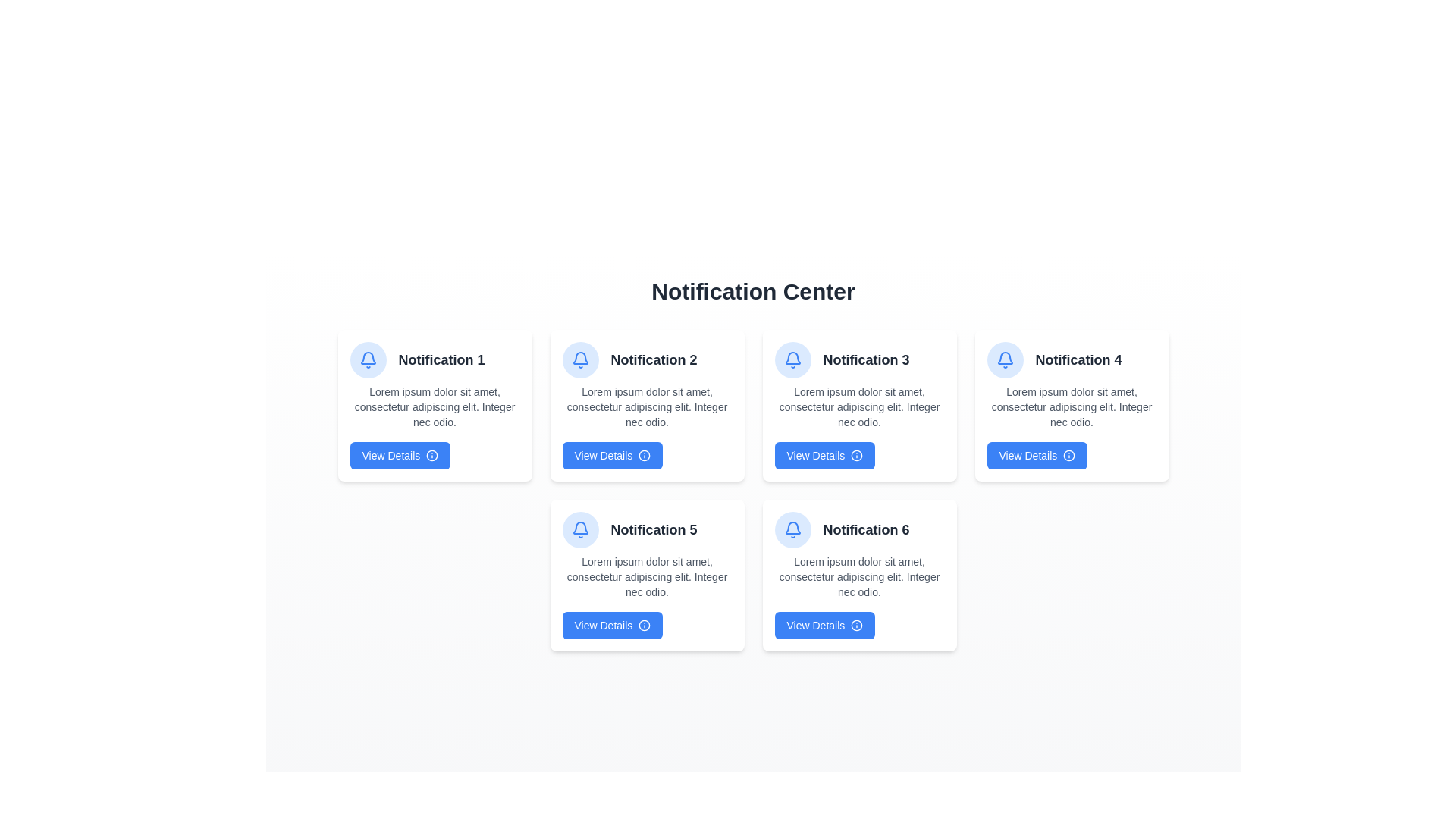 This screenshot has width=1456, height=819. I want to click on the graphical icon representing the information icon inside the 'View Details' button, located in the second notification item in the top row, so click(645, 455).